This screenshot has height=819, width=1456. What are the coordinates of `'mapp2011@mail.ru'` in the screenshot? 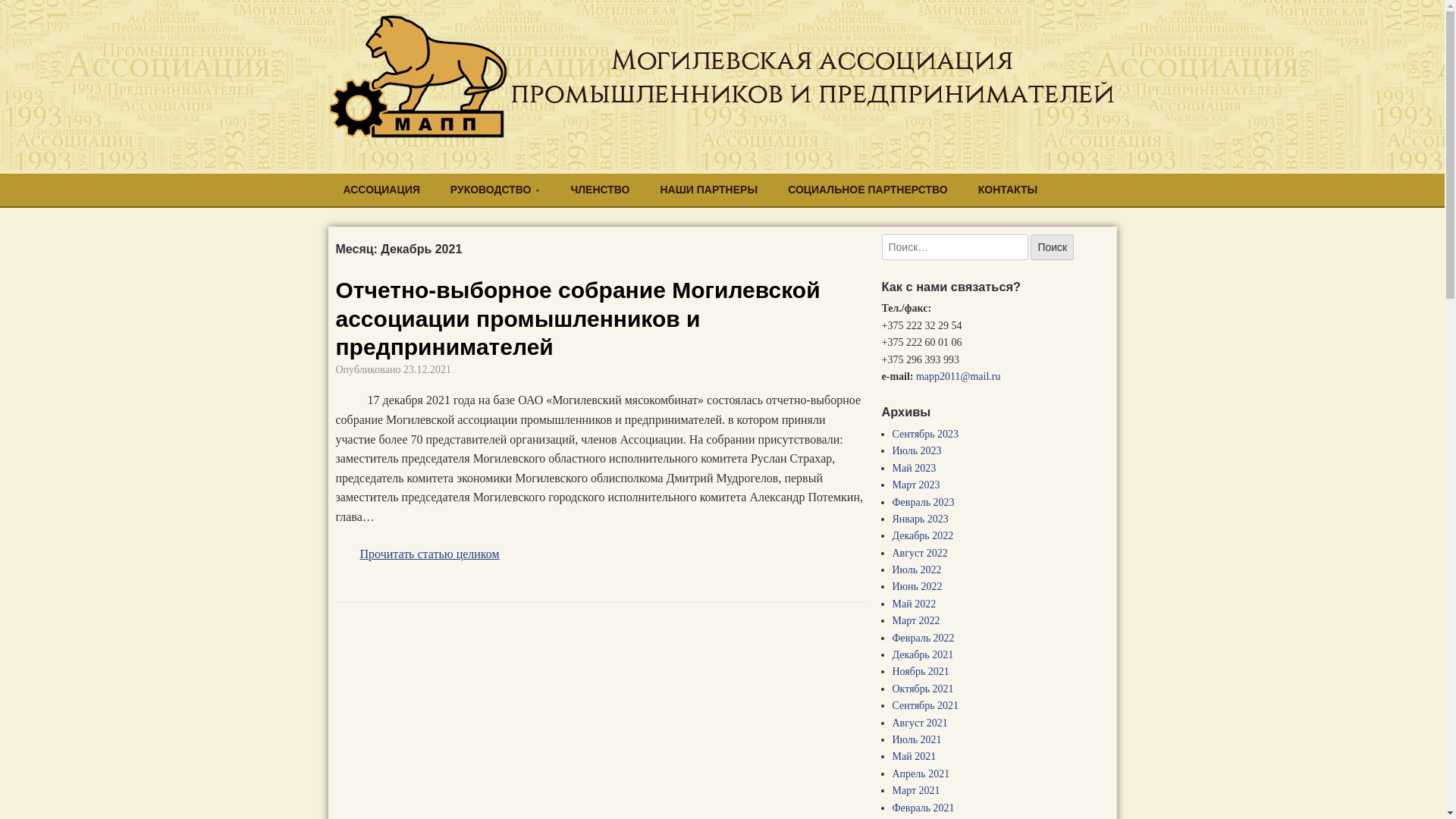 It's located at (915, 375).